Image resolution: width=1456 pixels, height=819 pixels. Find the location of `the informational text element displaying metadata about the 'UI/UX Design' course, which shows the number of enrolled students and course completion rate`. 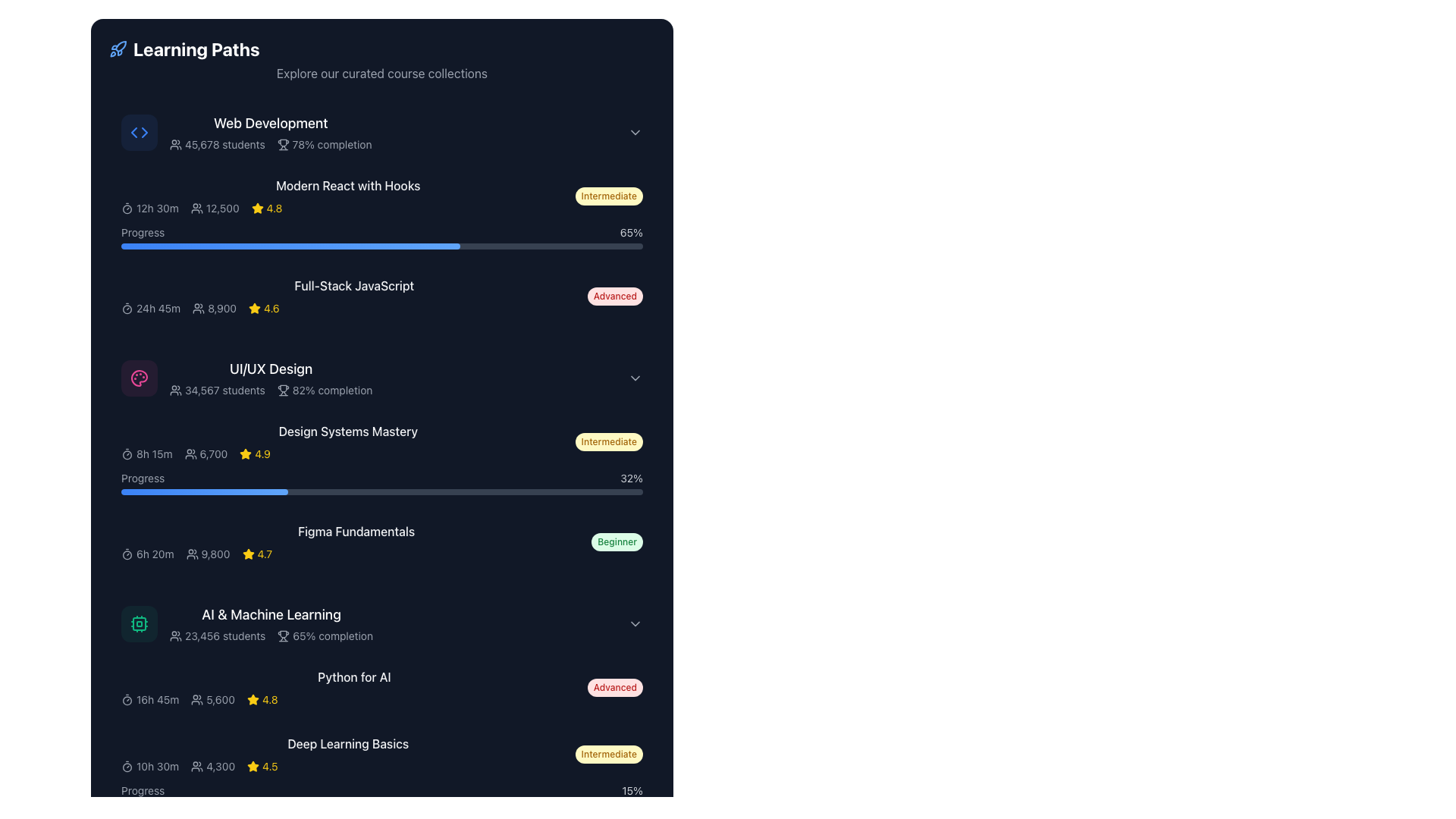

the informational text element displaying metadata about the 'UI/UX Design' course, which shows the number of enrolled students and course completion rate is located at coordinates (271, 390).